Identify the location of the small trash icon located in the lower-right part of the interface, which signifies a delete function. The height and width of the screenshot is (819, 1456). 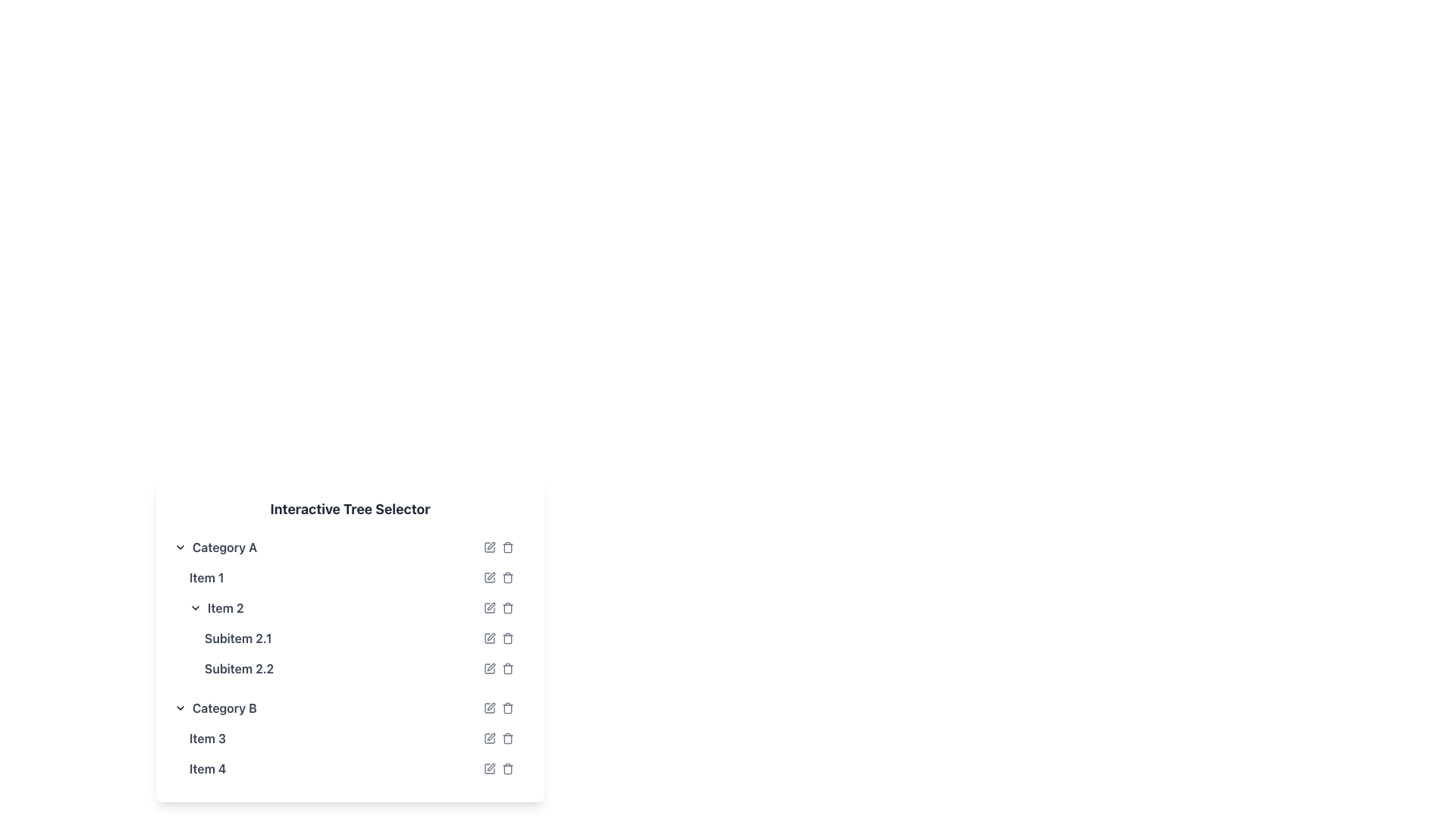
(508, 578).